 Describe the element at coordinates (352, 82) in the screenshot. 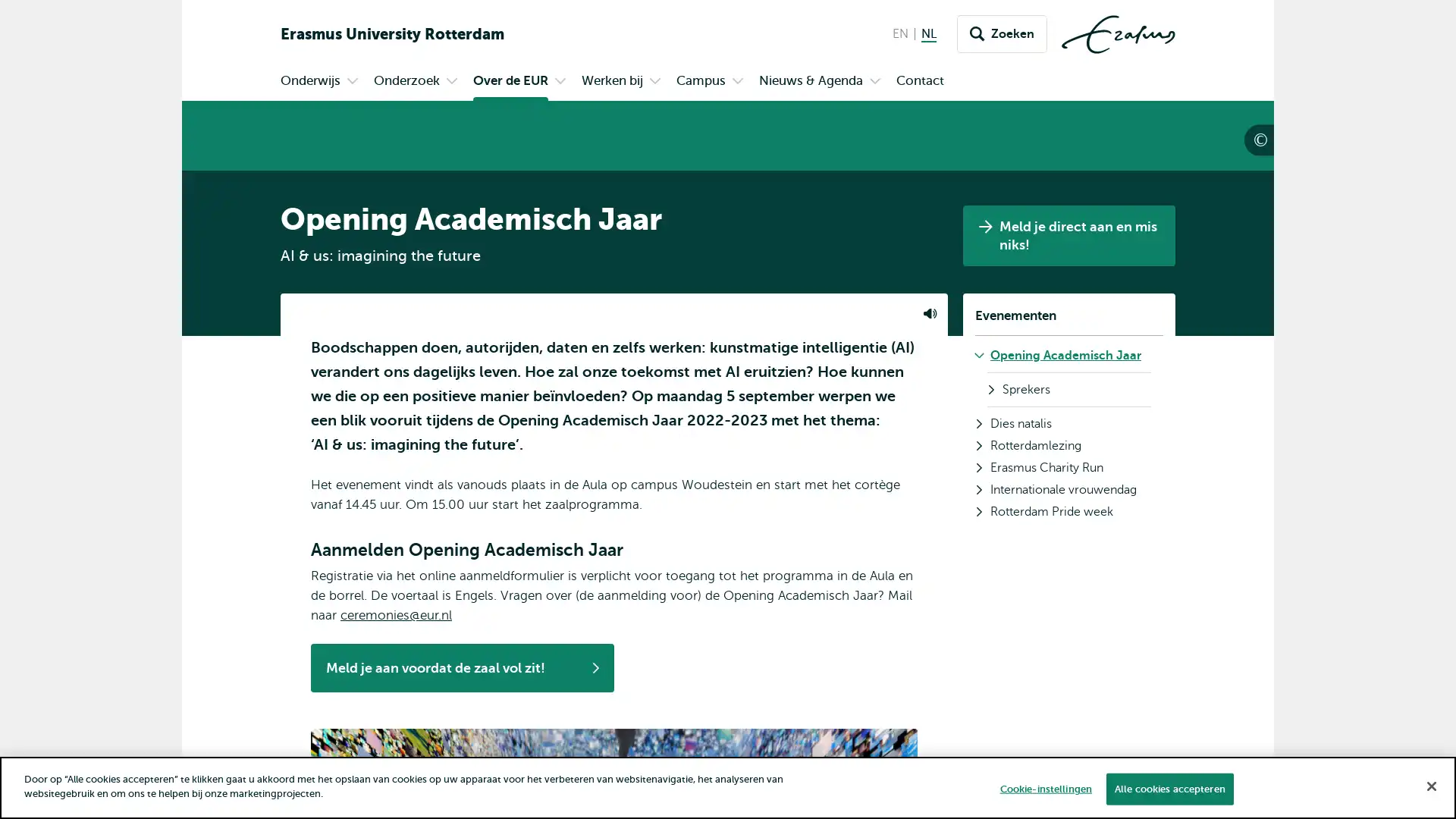

I see `Open submenu` at that location.